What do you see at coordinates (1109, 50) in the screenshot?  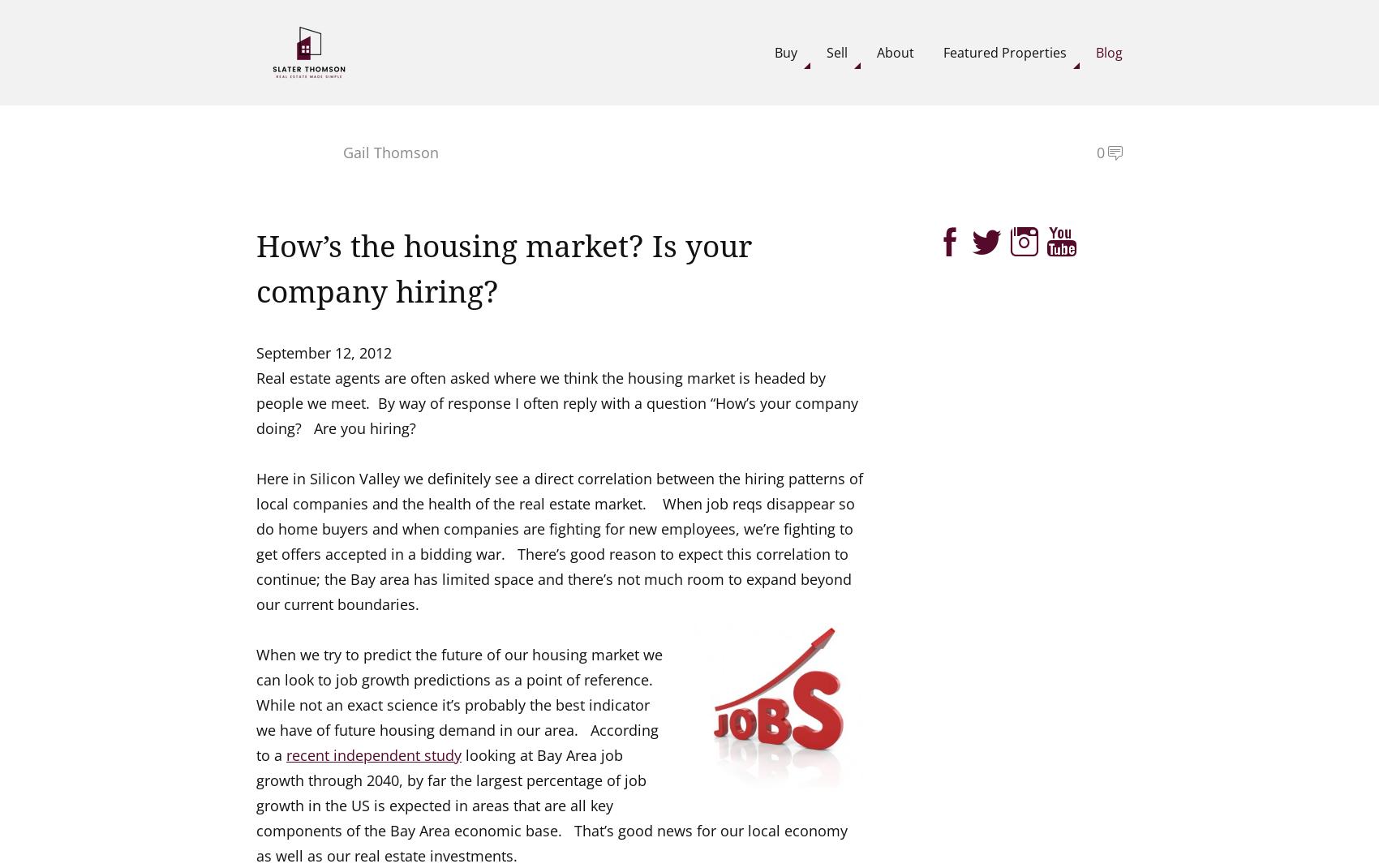 I see `'Blog'` at bounding box center [1109, 50].